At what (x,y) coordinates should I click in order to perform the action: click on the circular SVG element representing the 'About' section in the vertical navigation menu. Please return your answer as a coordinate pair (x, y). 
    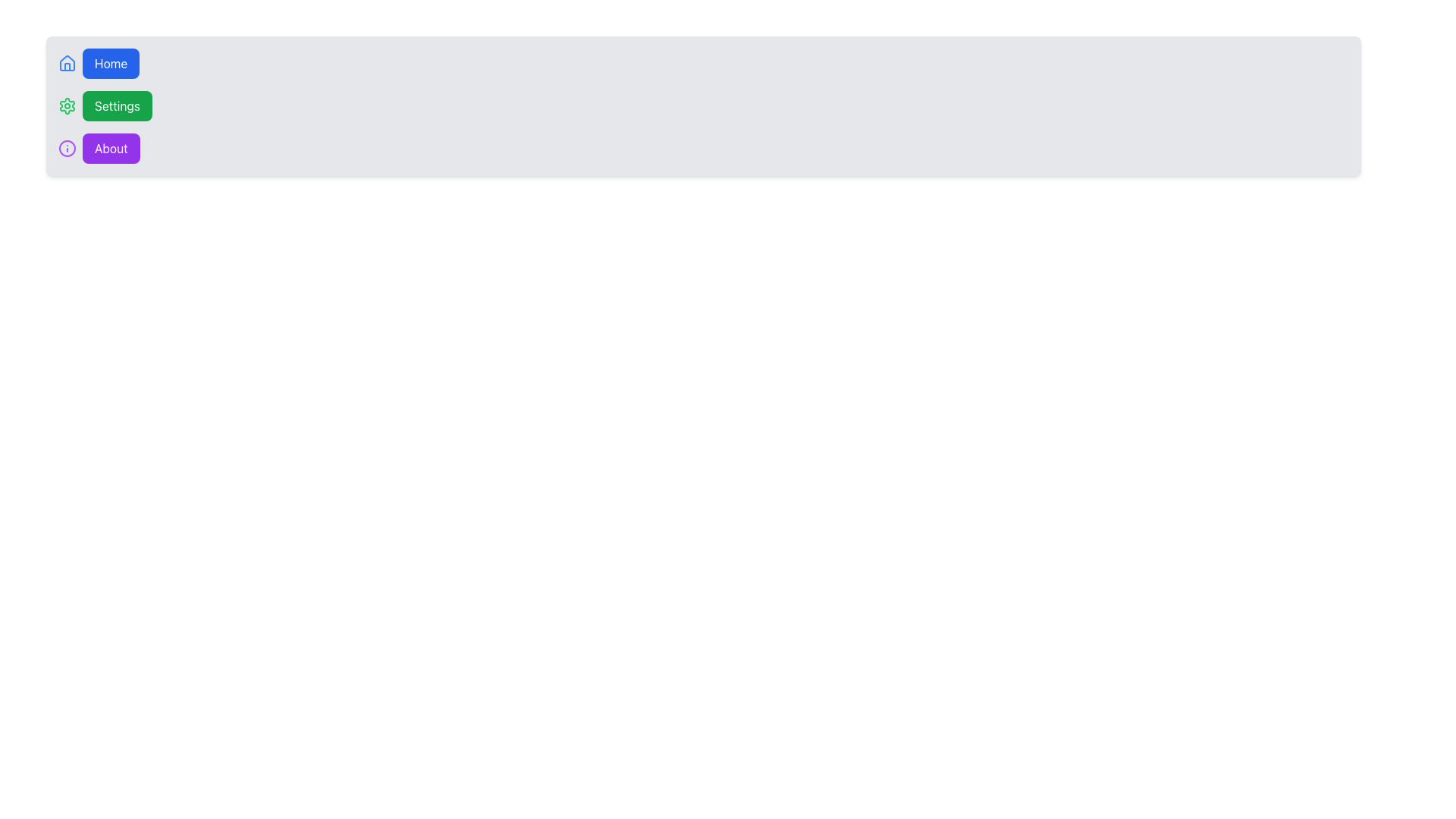
    Looking at the image, I should click on (67, 149).